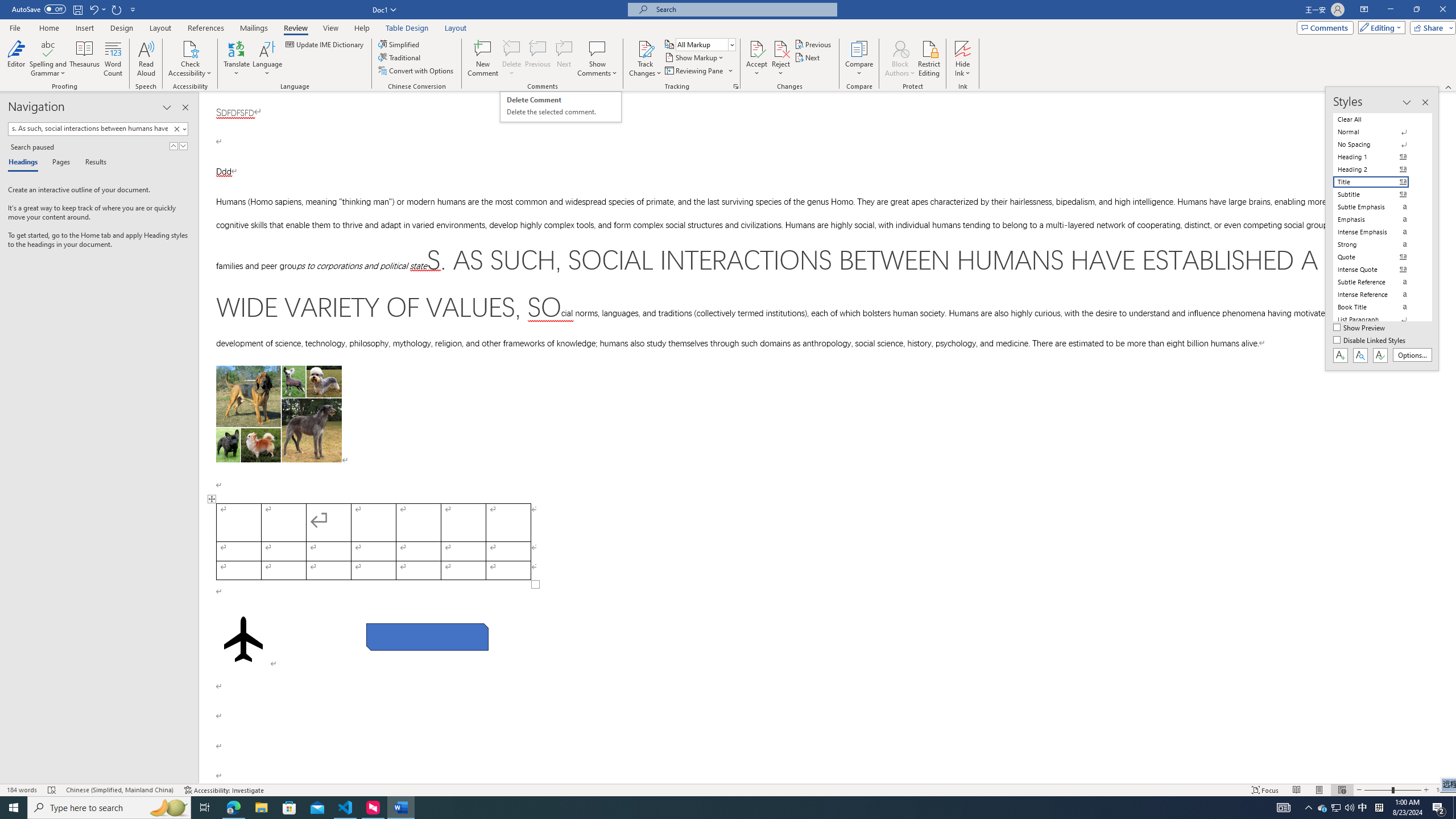 This screenshot has height=819, width=1456. I want to click on 'Convert with Options...', so click(417, 69).